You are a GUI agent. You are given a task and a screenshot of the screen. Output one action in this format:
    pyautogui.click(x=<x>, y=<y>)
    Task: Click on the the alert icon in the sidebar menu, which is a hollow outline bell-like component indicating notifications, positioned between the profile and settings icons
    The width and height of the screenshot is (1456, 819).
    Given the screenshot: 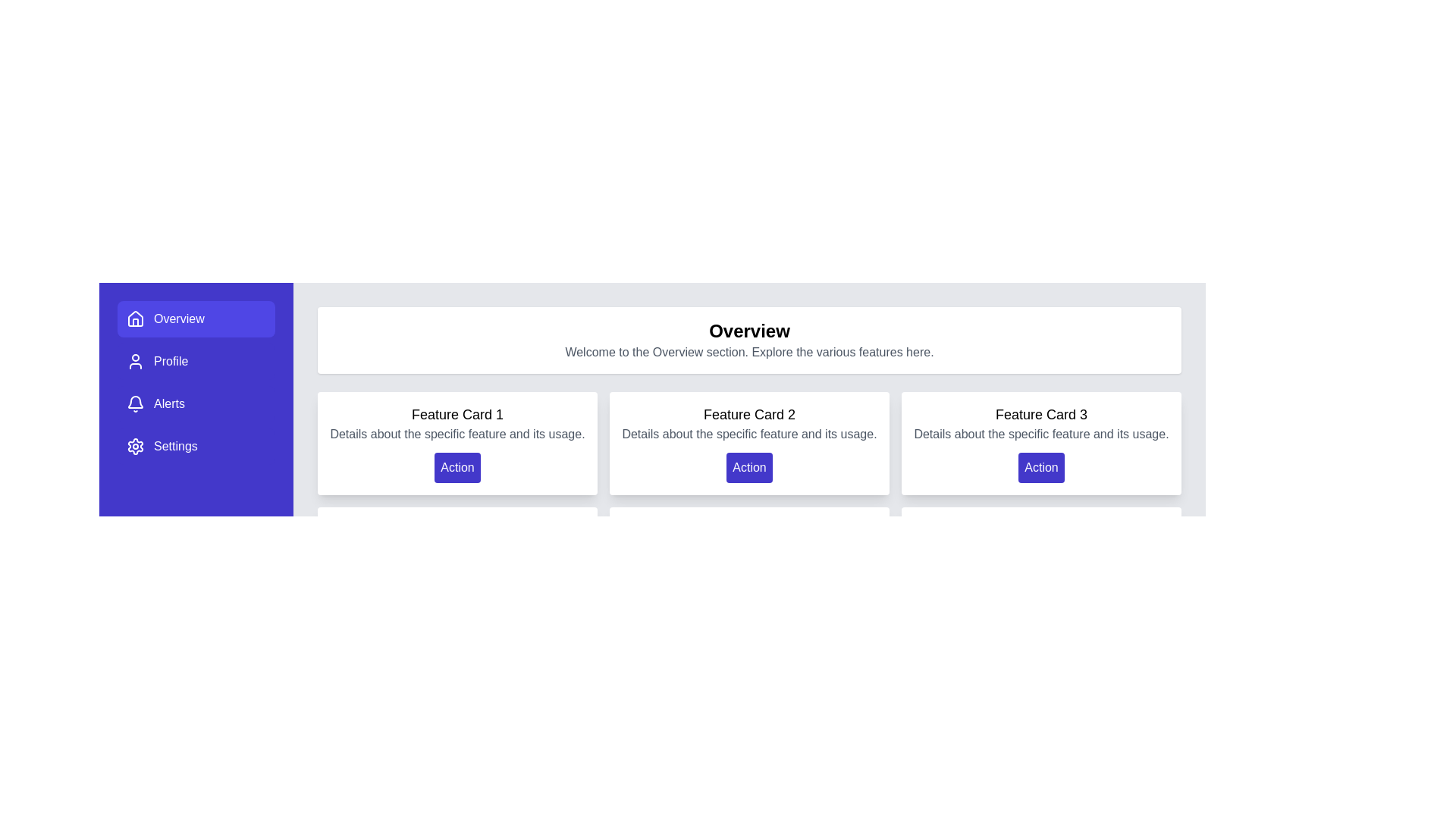 What is the action you would take?
    pyautogui.click(x=135, y=401)
    